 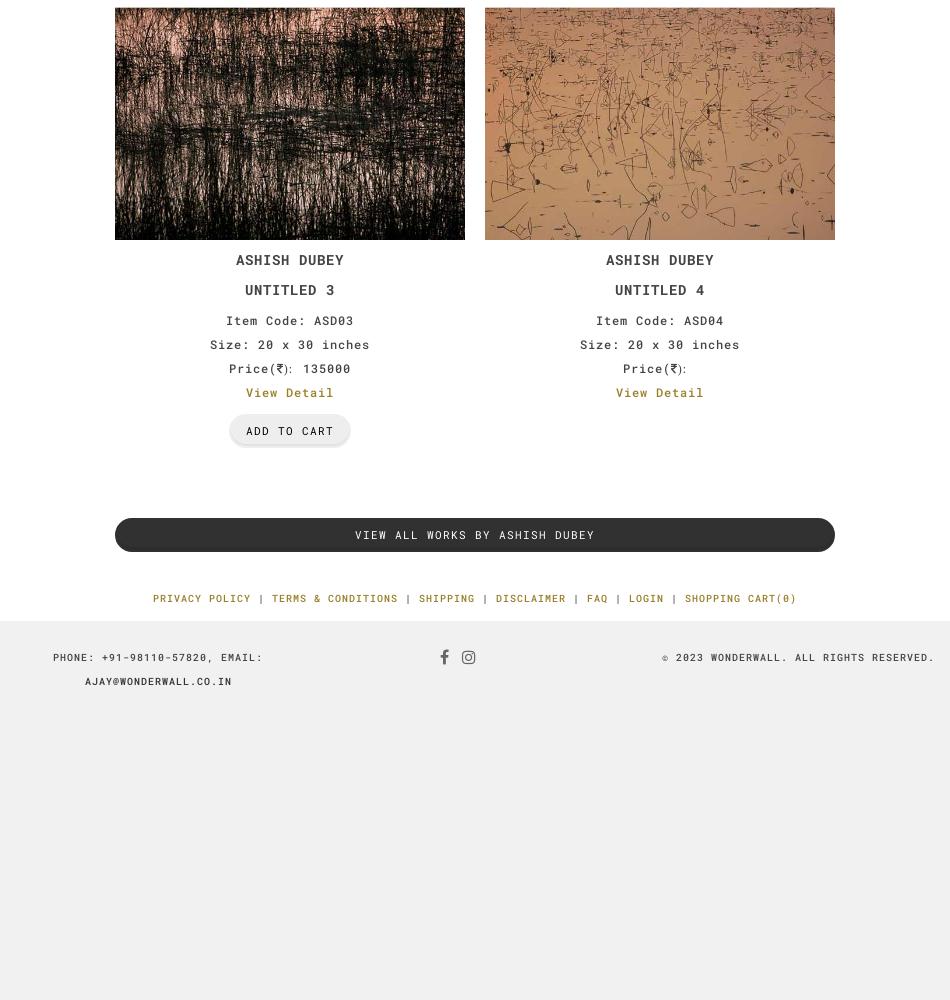 What do you see at coordinates (157, 680) in the screenshot?
I see `'ajay@wonderwall.co.in'` at bounding box center [157, 680].